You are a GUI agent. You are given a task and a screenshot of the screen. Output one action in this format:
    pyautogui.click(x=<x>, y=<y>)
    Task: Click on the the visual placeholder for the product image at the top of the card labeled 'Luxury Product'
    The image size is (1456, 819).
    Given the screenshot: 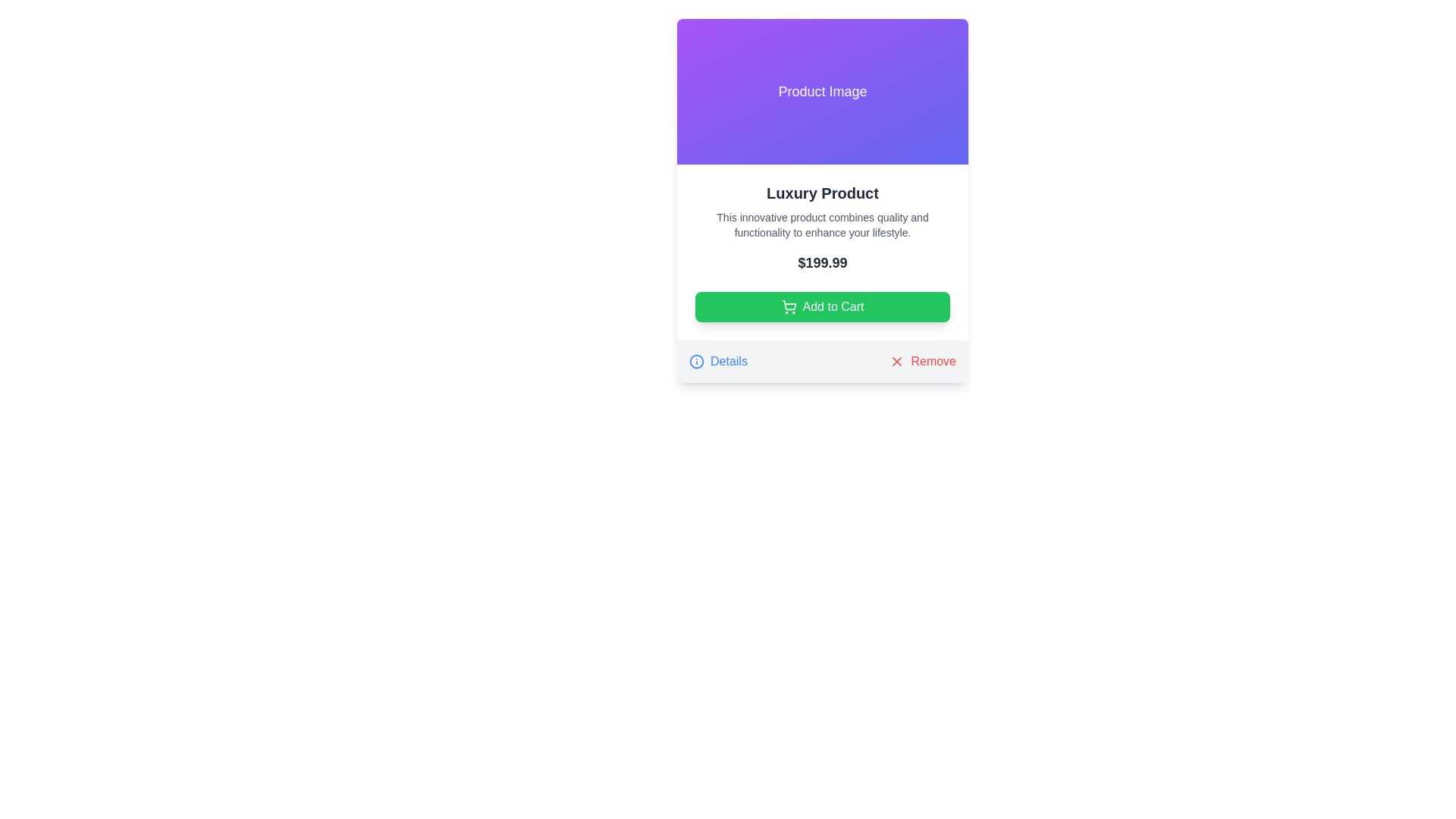 What is the action you would take?
    pyautogui.click(x=821, y=91)
    